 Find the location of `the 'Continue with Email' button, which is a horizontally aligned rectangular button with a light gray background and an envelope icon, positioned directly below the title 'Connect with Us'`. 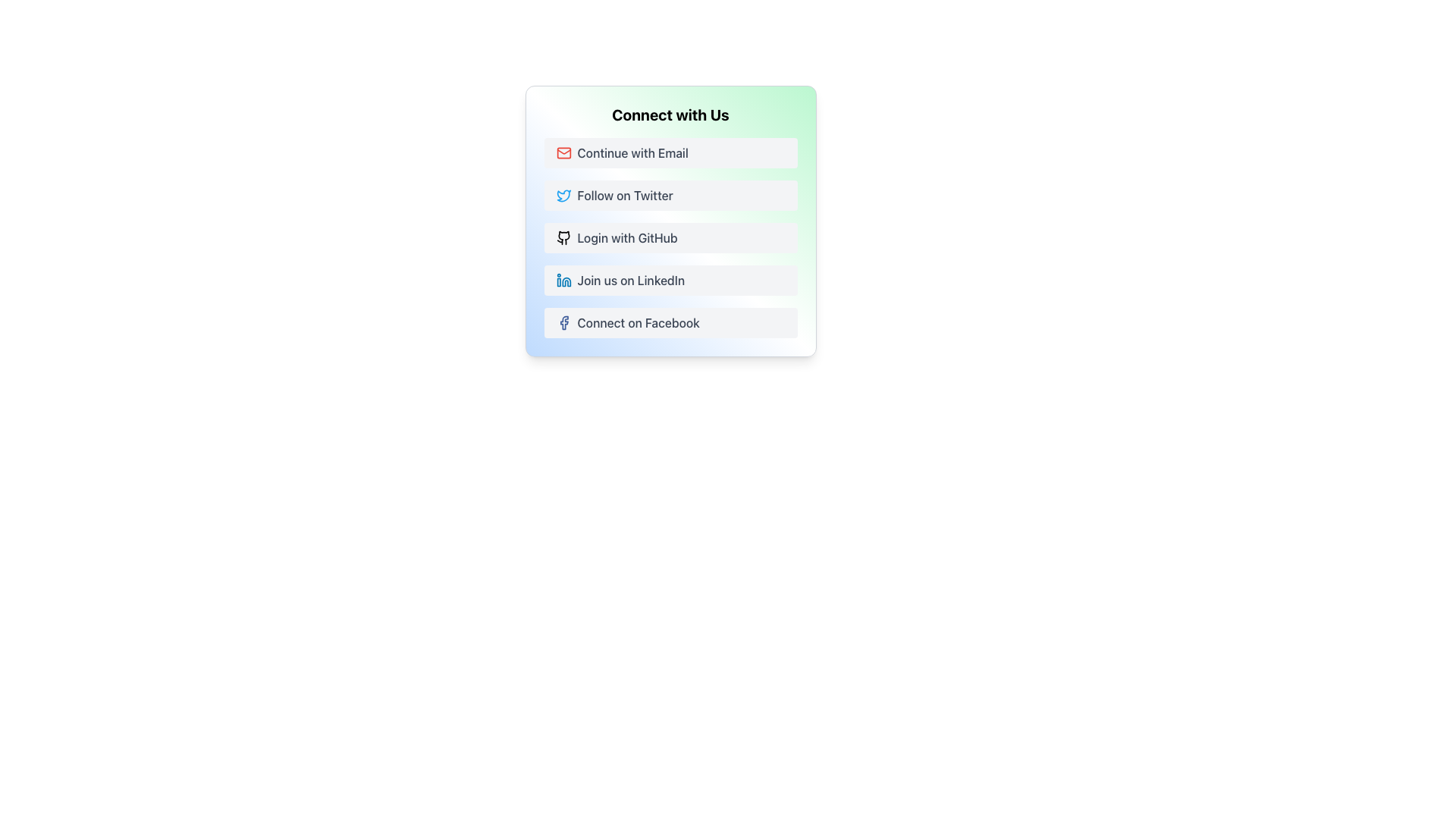

the 'Continue with Email' button, which is a horizontally aligned rectangular button with a light gray background and an envelope icon, positioned directly below the title 'Connect with Us' is located at coordinates (670, 152).